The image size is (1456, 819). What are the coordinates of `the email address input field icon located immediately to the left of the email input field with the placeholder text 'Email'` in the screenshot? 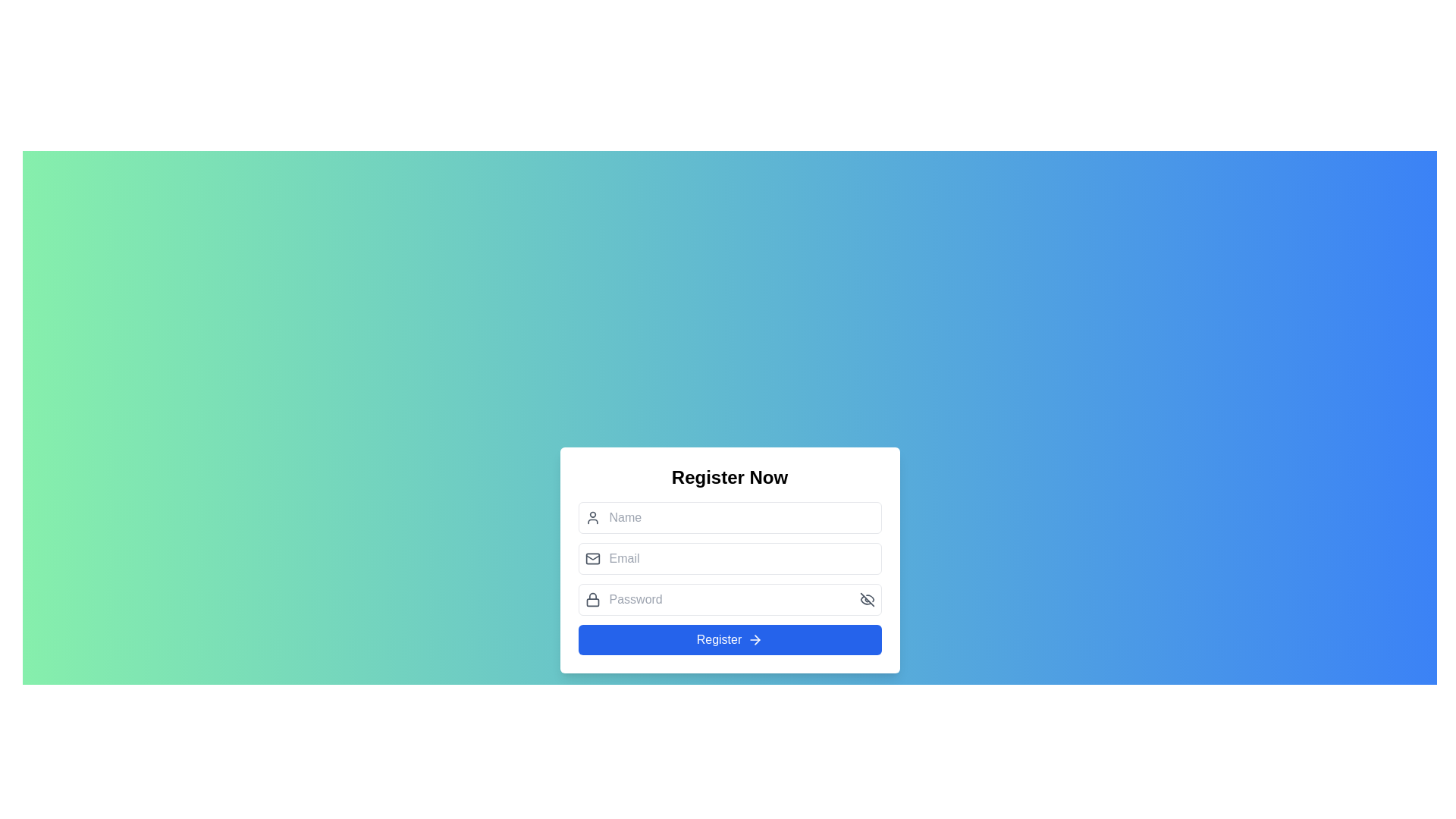 It's located at (591, 558).